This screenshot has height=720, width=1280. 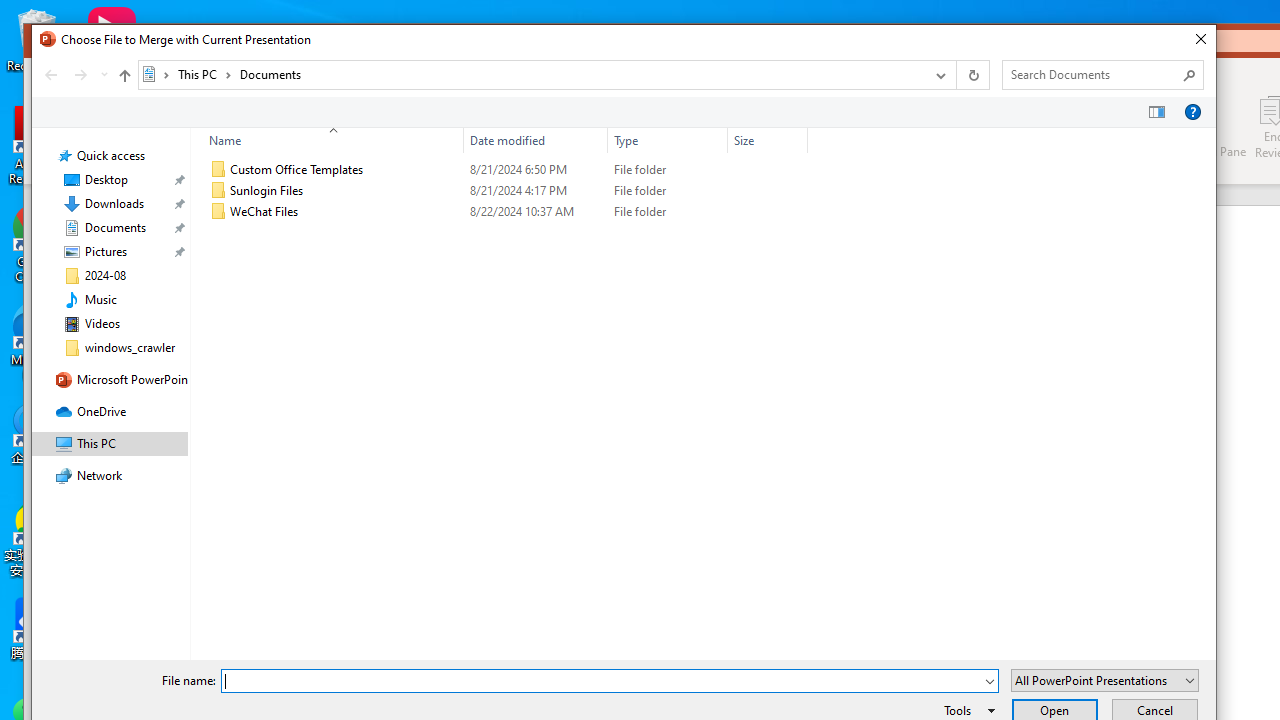 I want to click on 'Refresh "Documents" (F5)', so click(x=972, y=73).